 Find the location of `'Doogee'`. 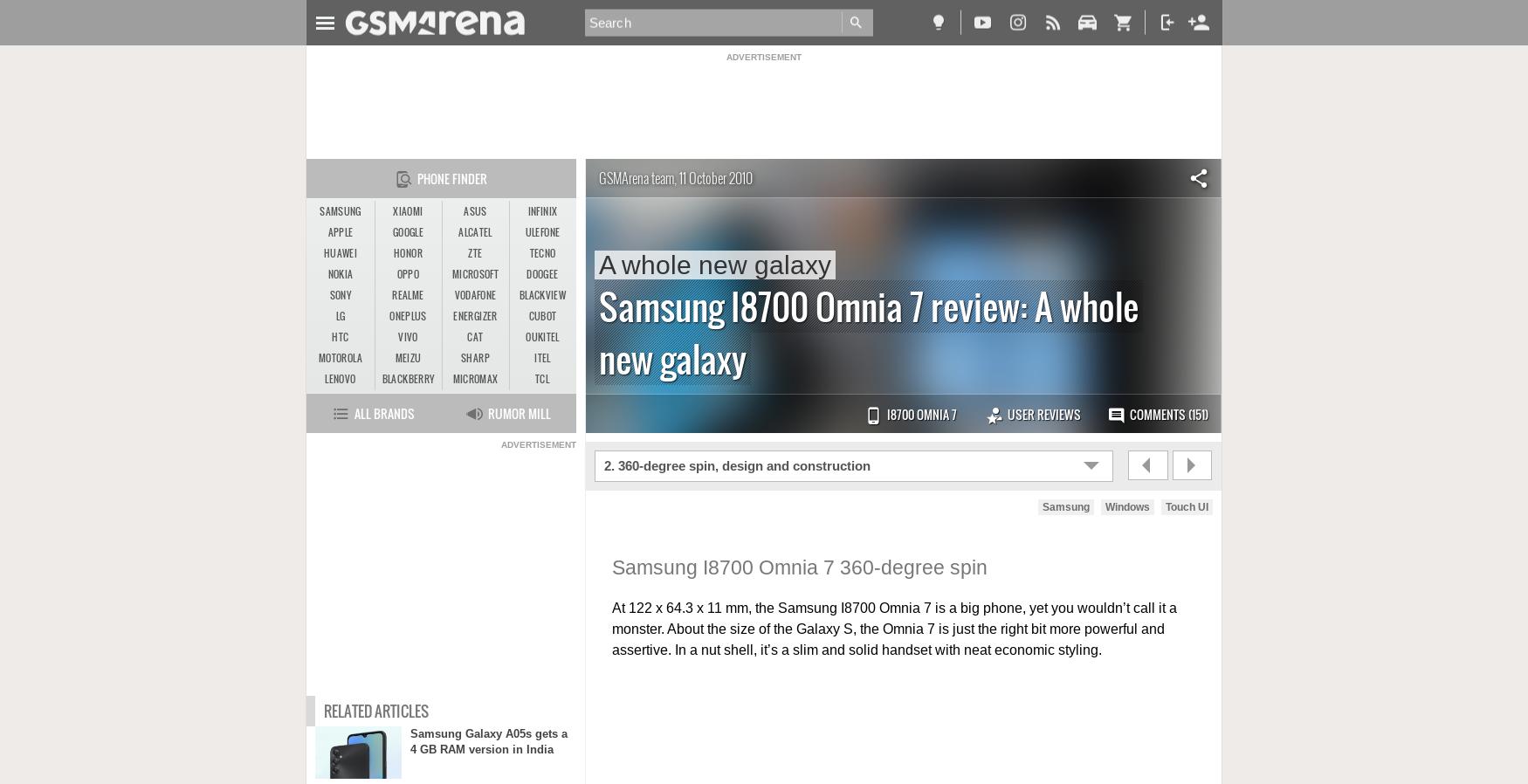

'Doogee' is located at coordinates (542, 274).